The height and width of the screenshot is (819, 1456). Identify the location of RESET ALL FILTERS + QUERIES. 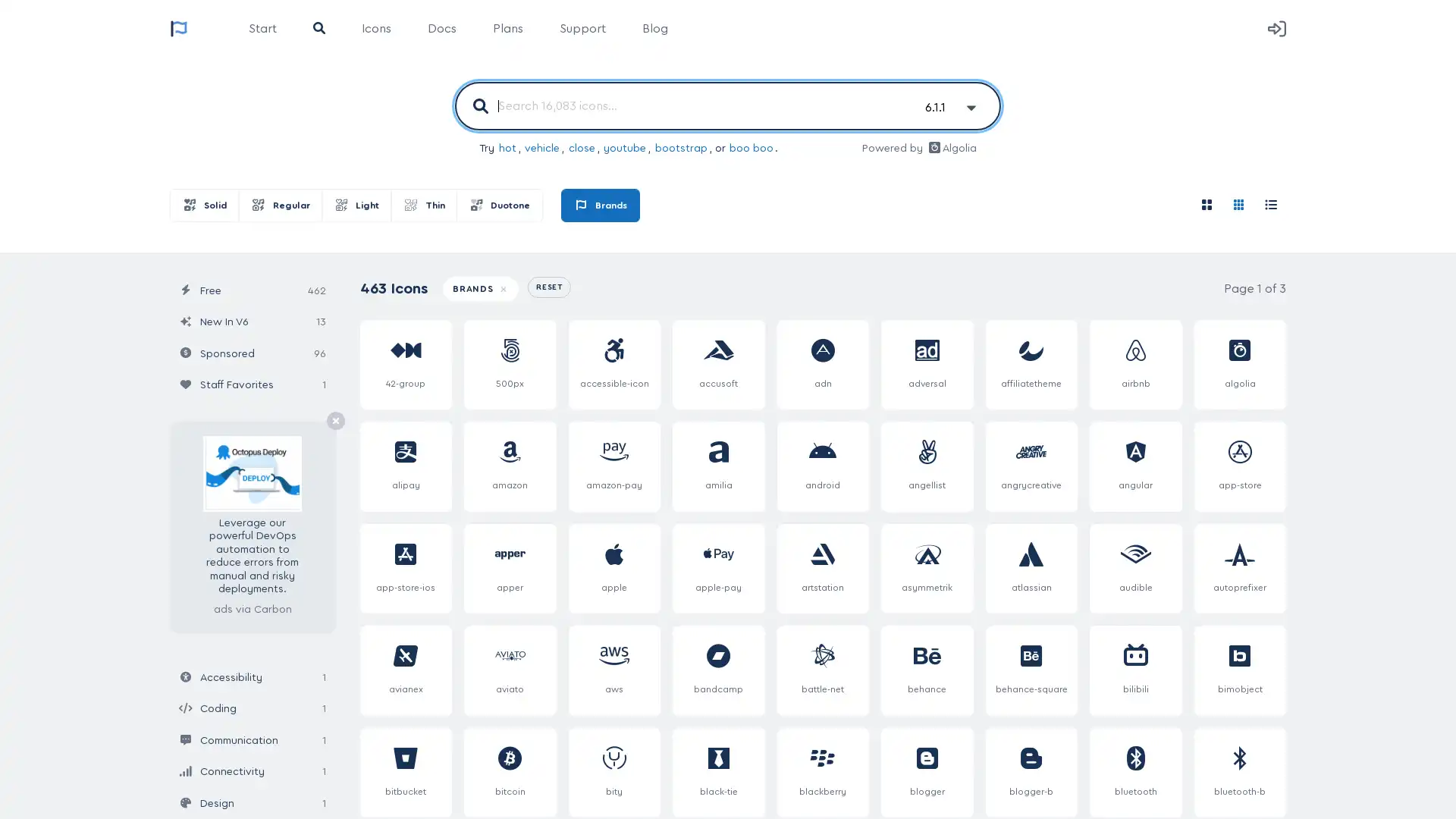
(552, 299).